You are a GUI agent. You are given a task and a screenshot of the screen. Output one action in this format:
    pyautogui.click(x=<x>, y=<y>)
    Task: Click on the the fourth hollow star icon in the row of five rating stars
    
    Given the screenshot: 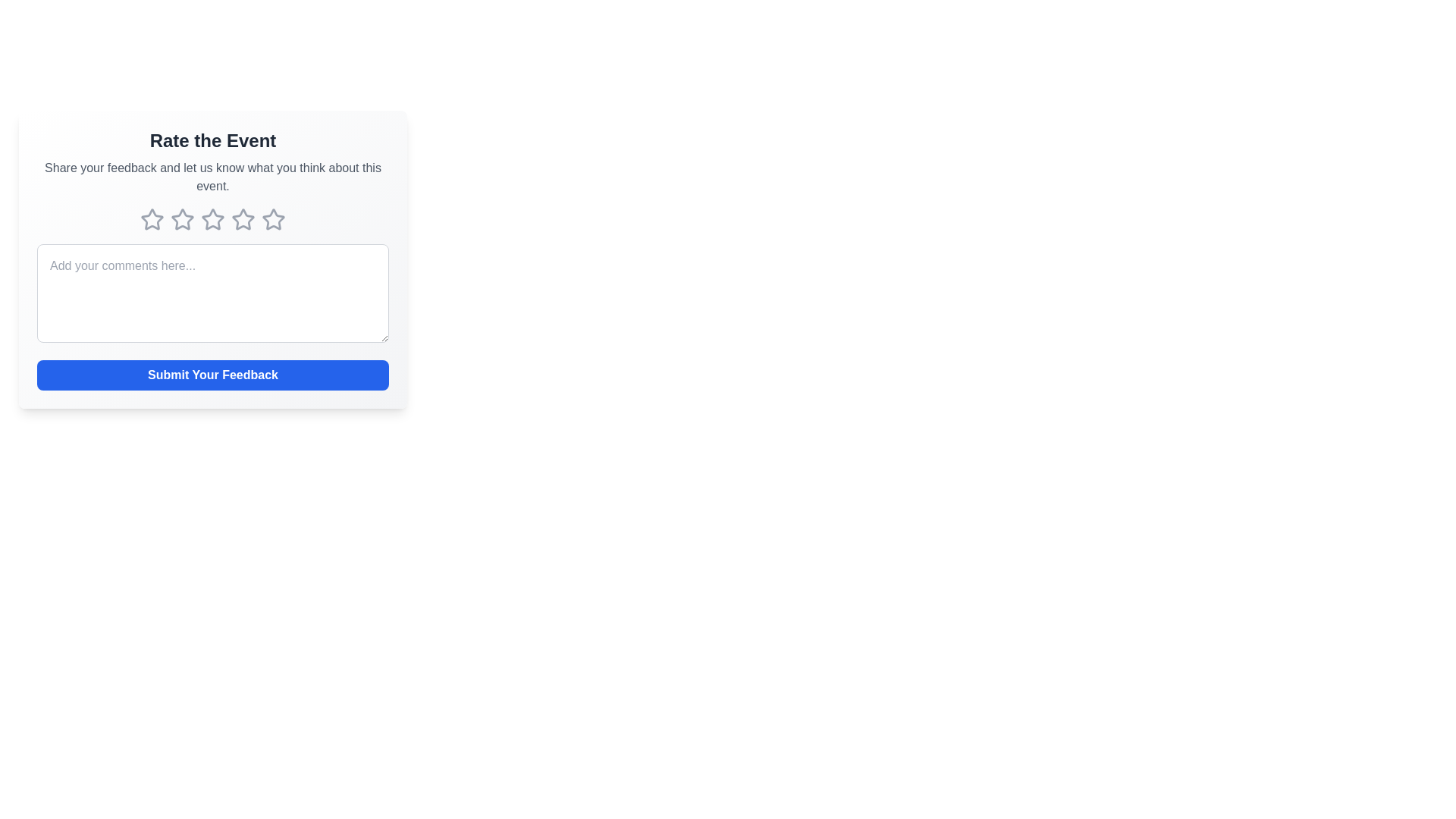 What is the action you would take?
    pyautogui.click(x=243, y=219)
    